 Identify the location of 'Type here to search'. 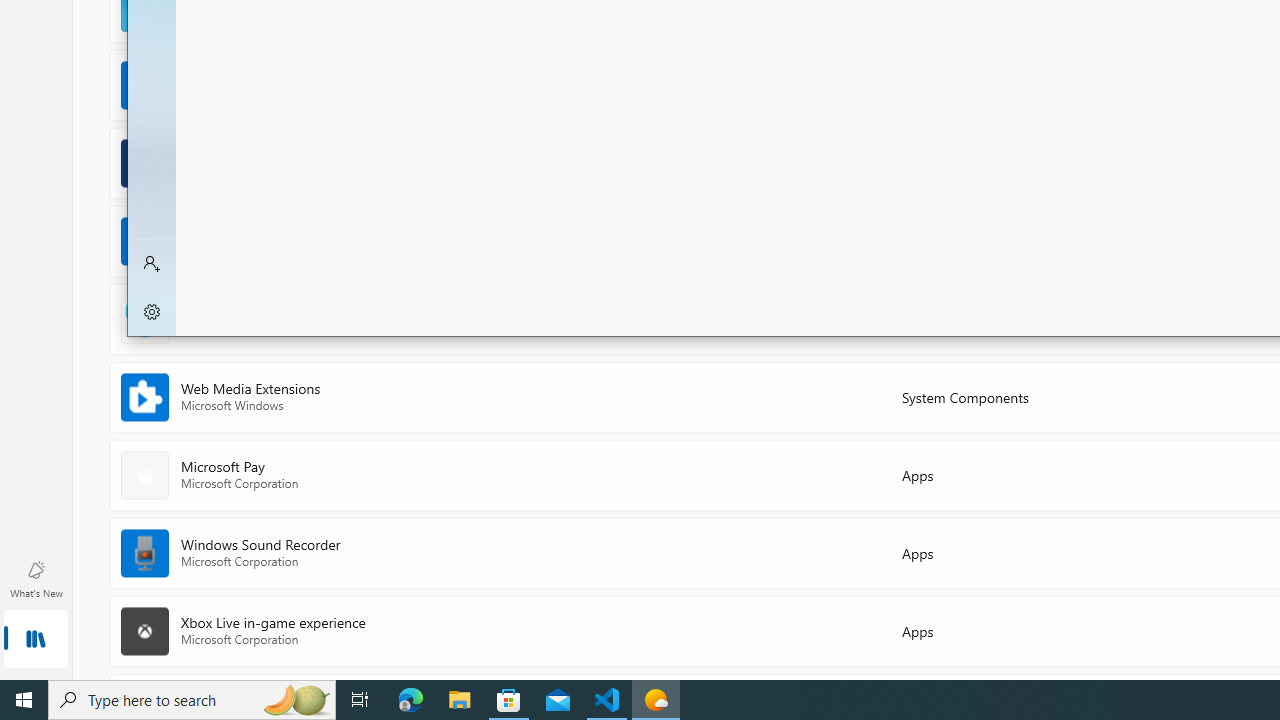
(192, 698).